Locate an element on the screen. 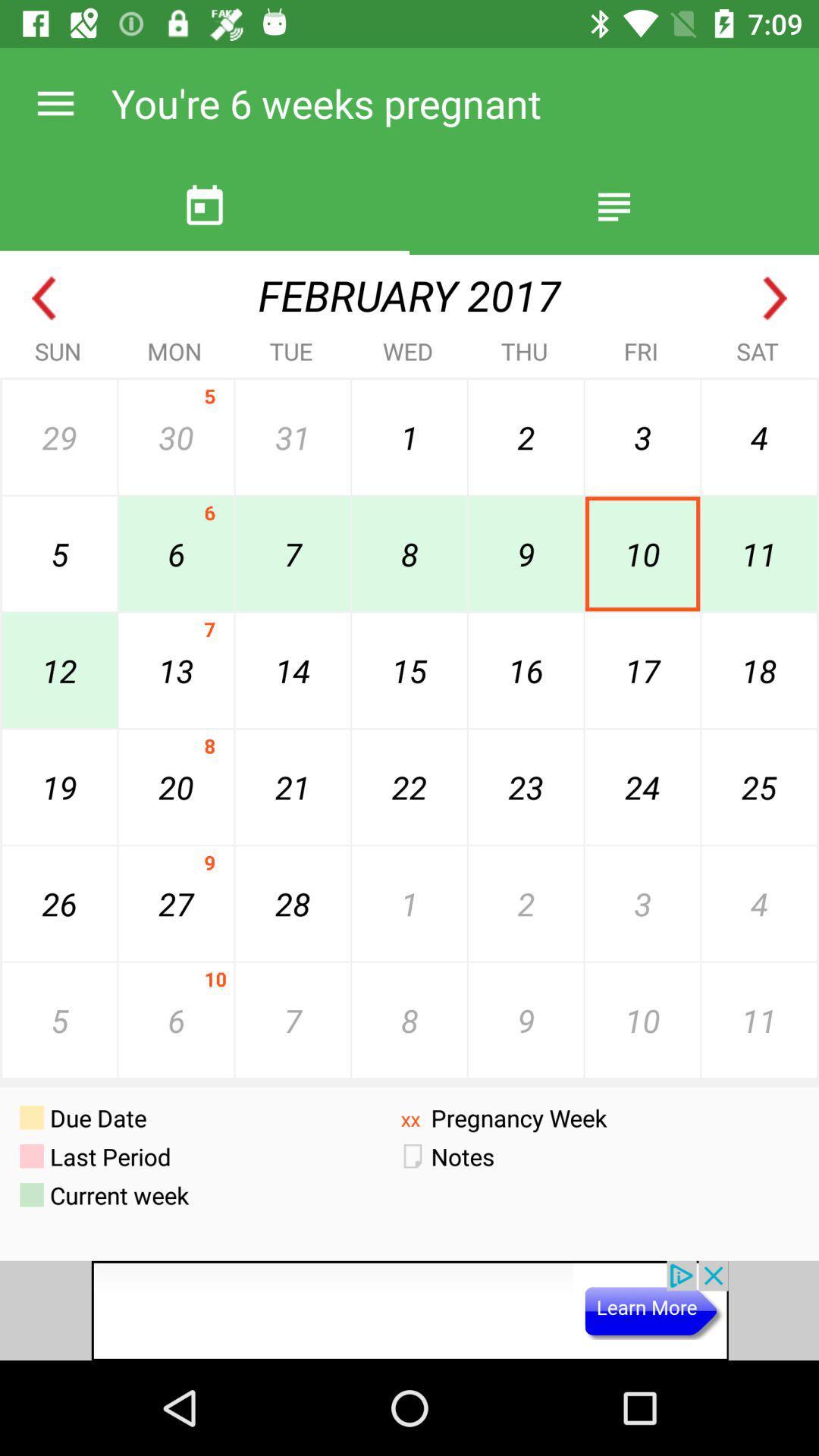  next month is located at coordinates (775, 298).